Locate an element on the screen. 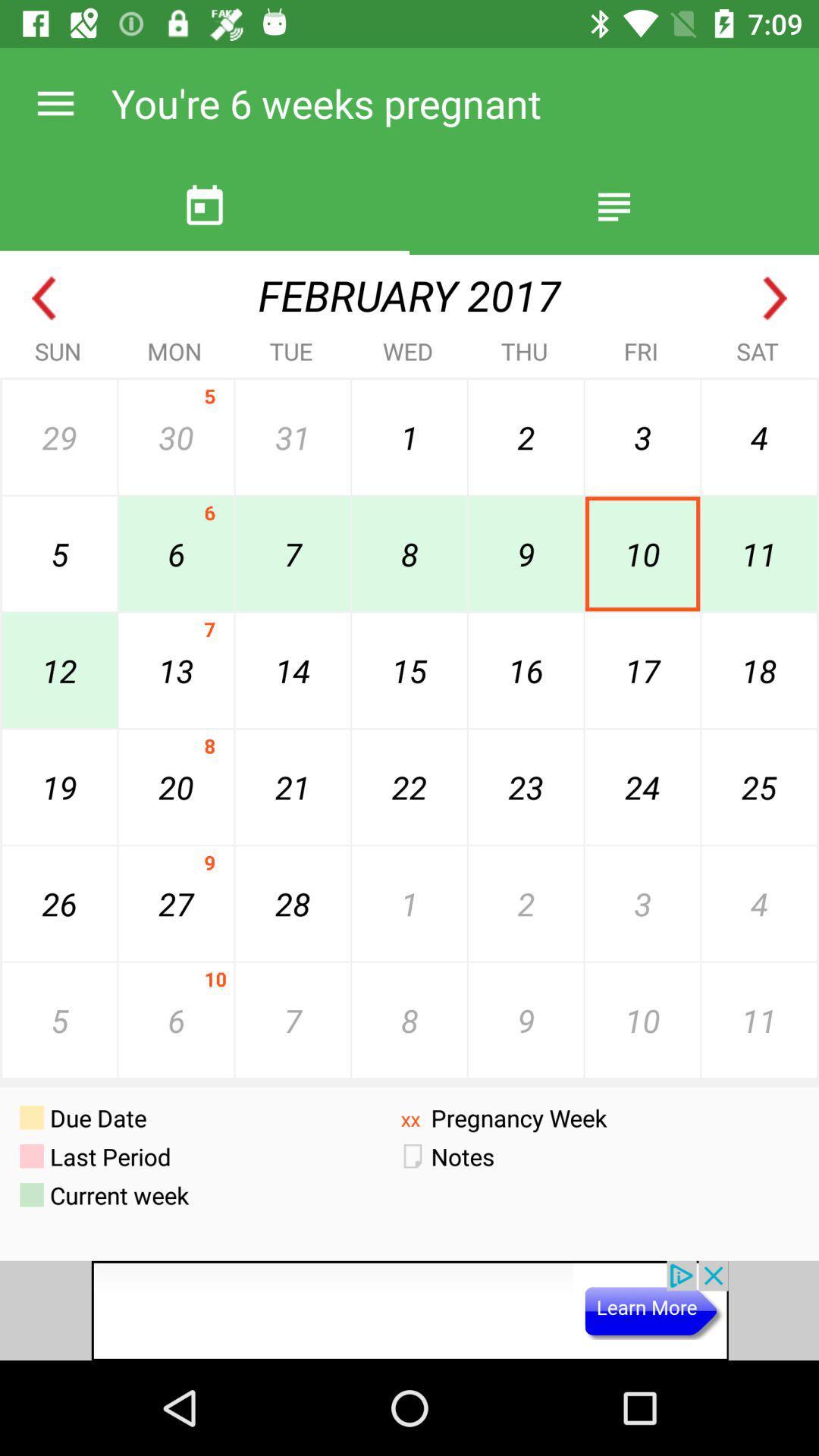  next month is located at coordinates (775, 298).